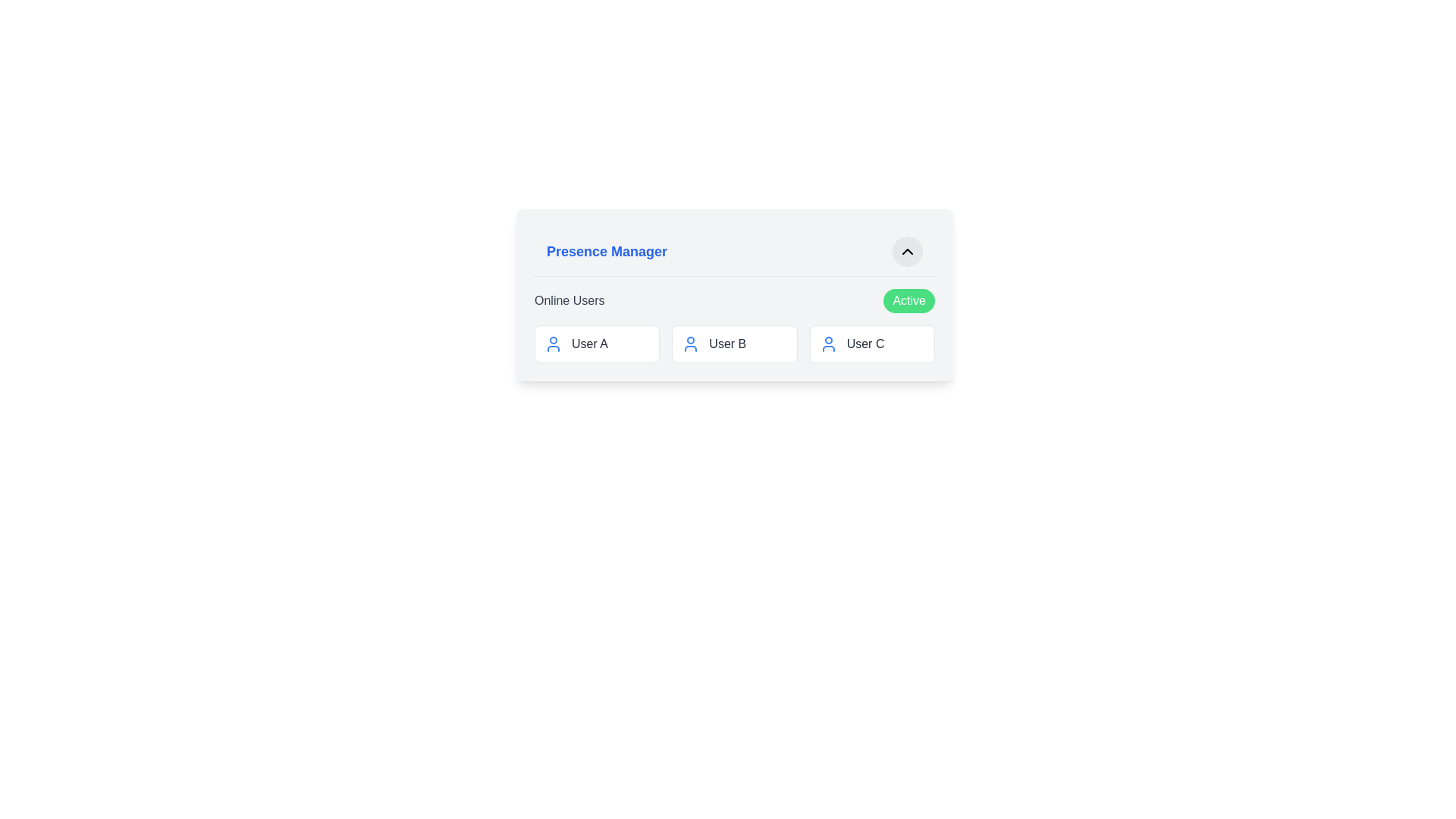 This screenshot has width=1456, height=819. Describe the element at coordinates (735, 344) in the screenshot. I see `the user card element representing 'User B' in the middle of the three-column layout, situated between 'User A' and 'User C'` at that location.